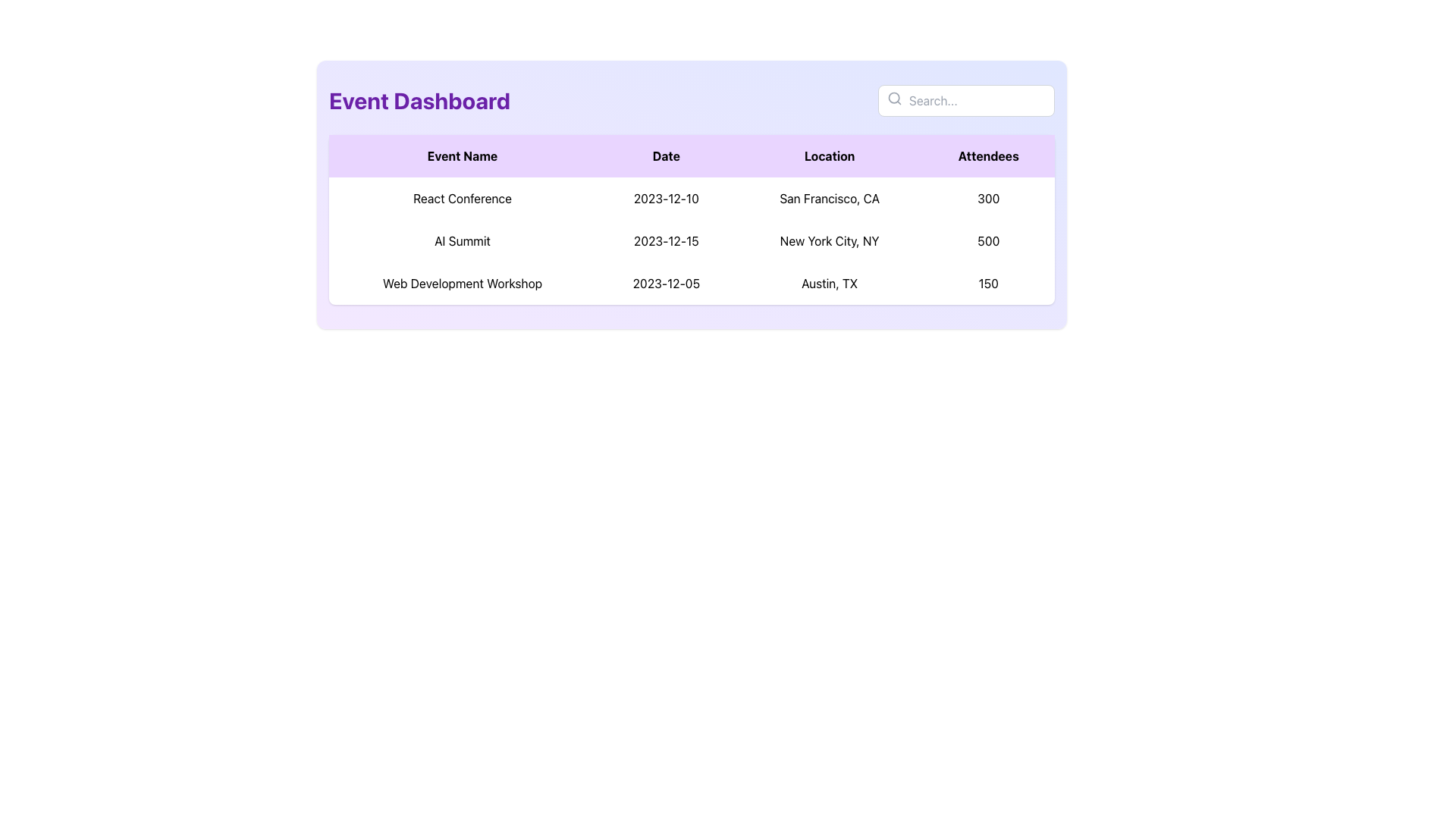 The image size is (1456, 819). Describe the element at coordinates (894, 98) in the screenshot. I see `the decorative graphic element, which is the circle representing the handle of the magnifying glass icon located at the left edge of the search bar in the top right corner of the event dashboard layout` at that location.